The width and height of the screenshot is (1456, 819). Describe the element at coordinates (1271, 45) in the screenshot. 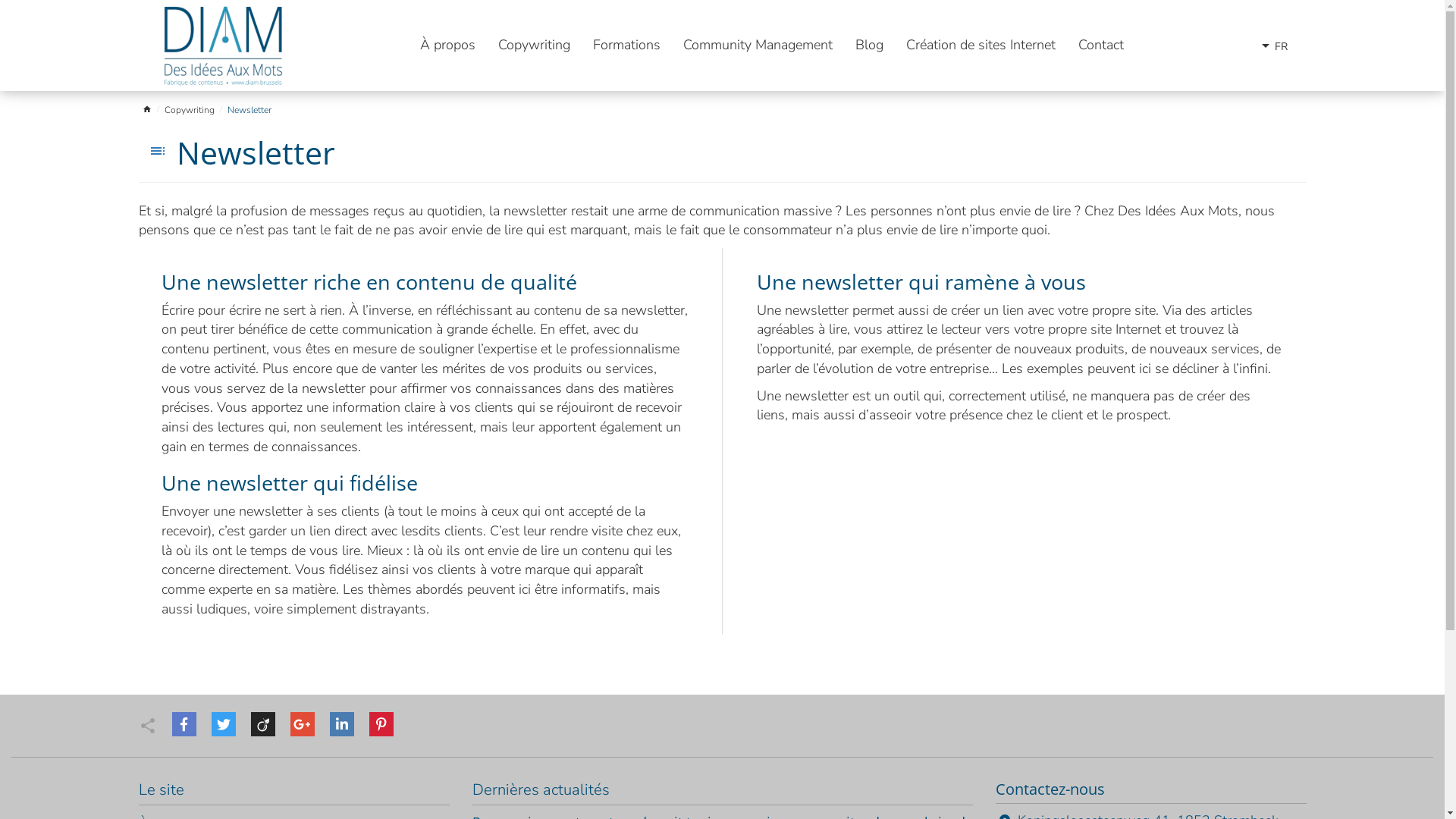

I see `'arrow_drop_downFR'` at that location.